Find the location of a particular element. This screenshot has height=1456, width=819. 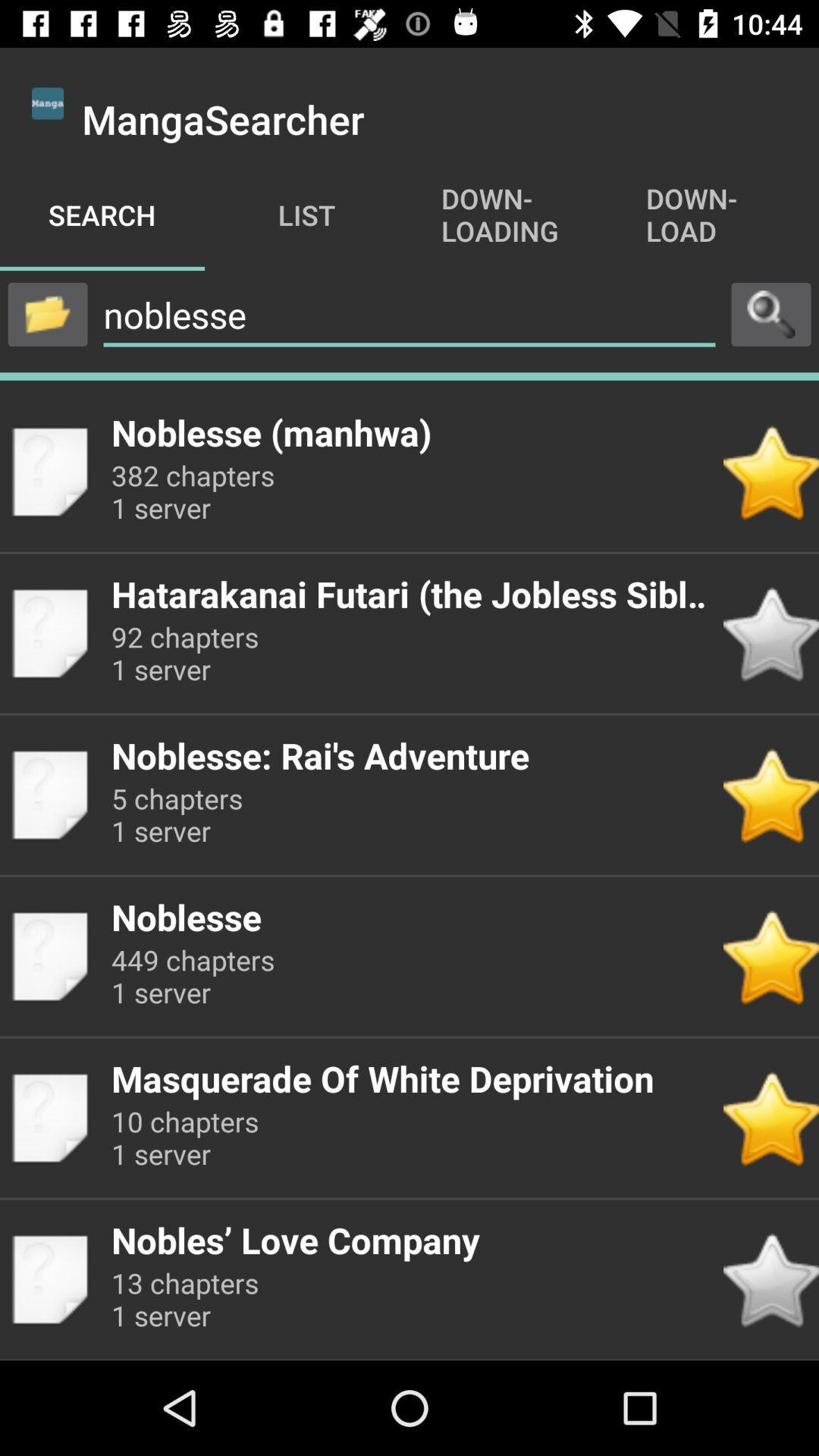

folder button is located at coordinates (46, 313).